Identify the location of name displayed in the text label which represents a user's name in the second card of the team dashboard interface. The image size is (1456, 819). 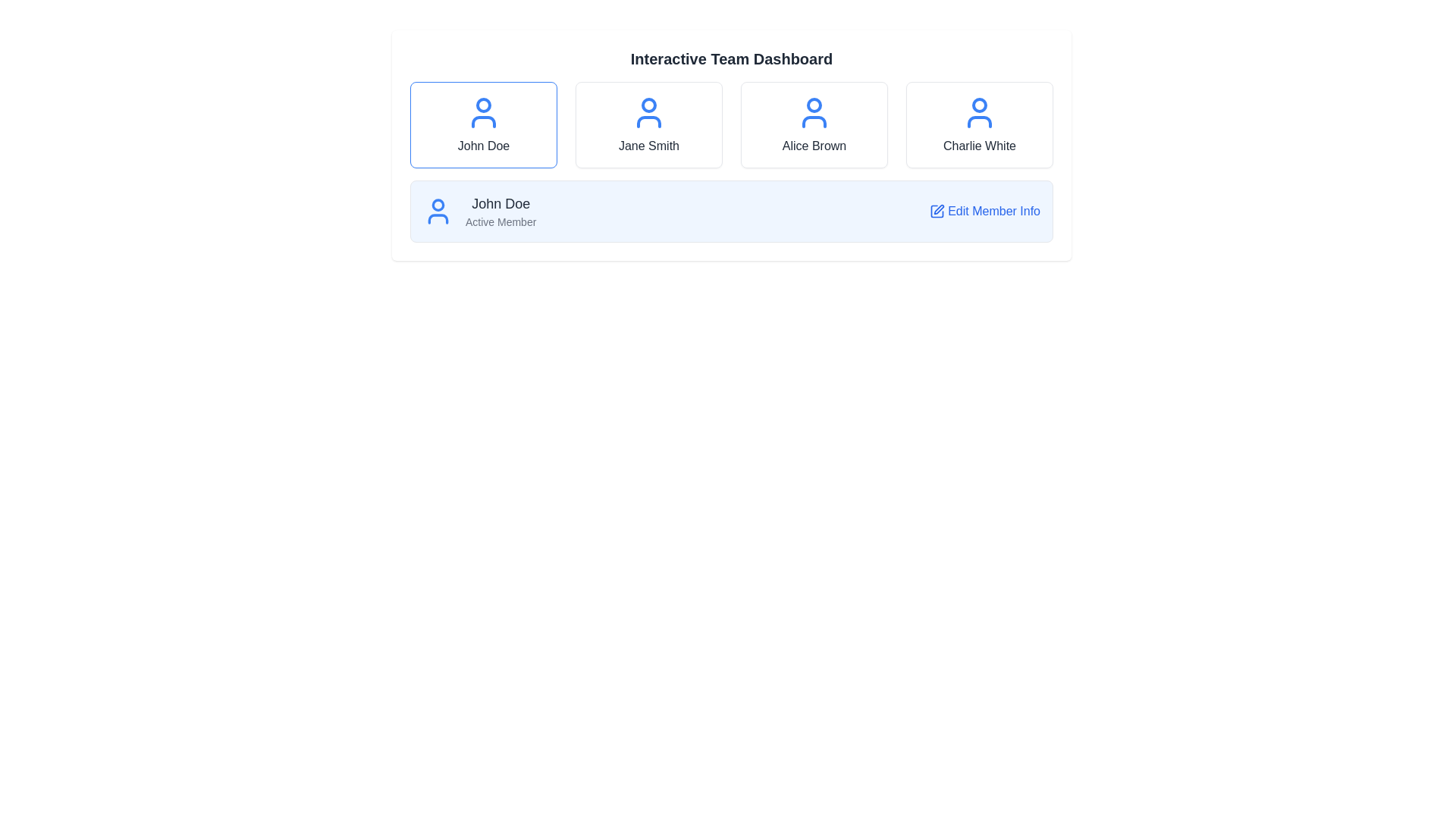
(648, 146).